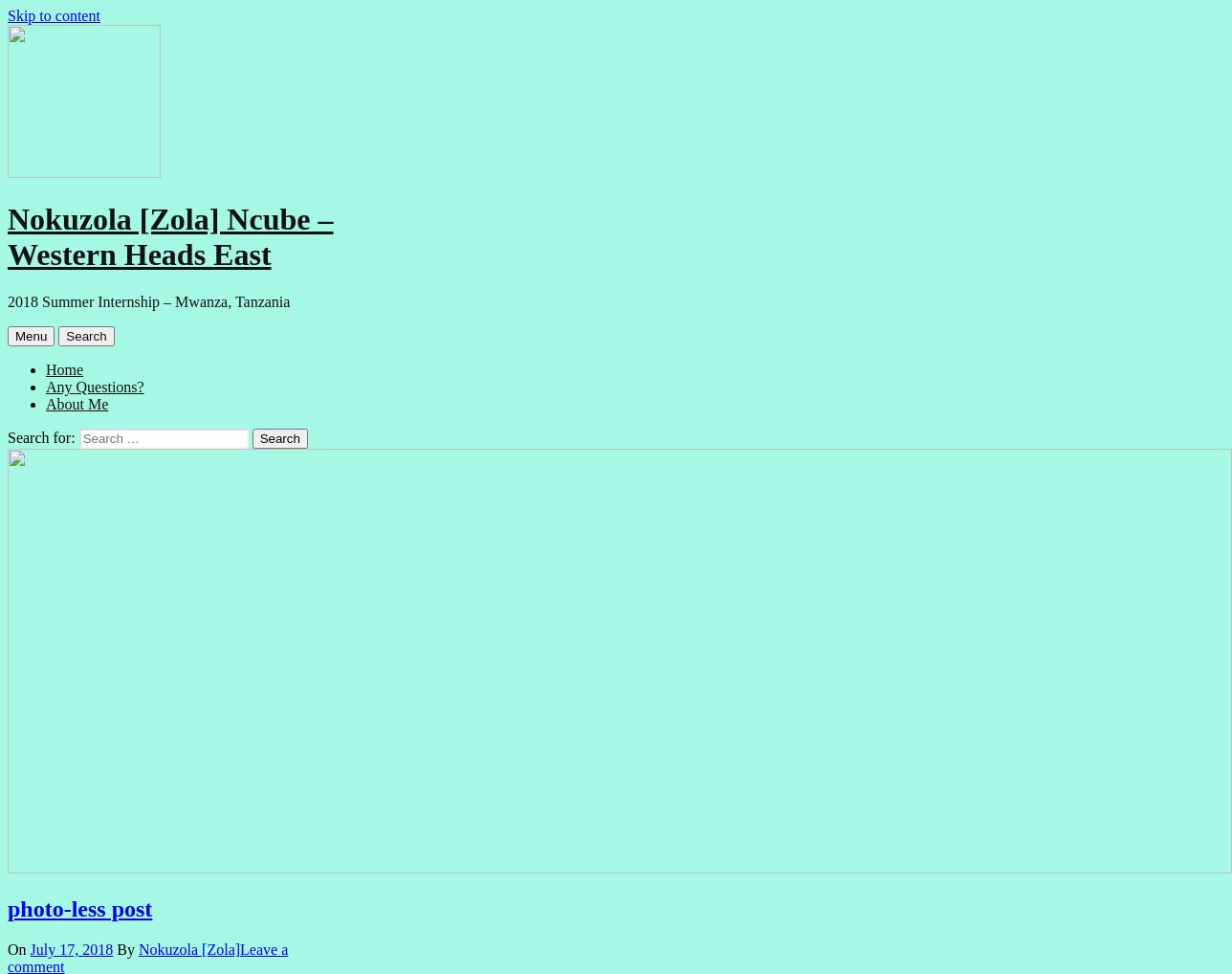 The width and height of the screenshot is (1232, 974). What do you see at coordinates (148, 299) in the screenshot?
I see `'2018 Summer Internship – Mwanza, Tanzania'` at bounding box center [148, 299].